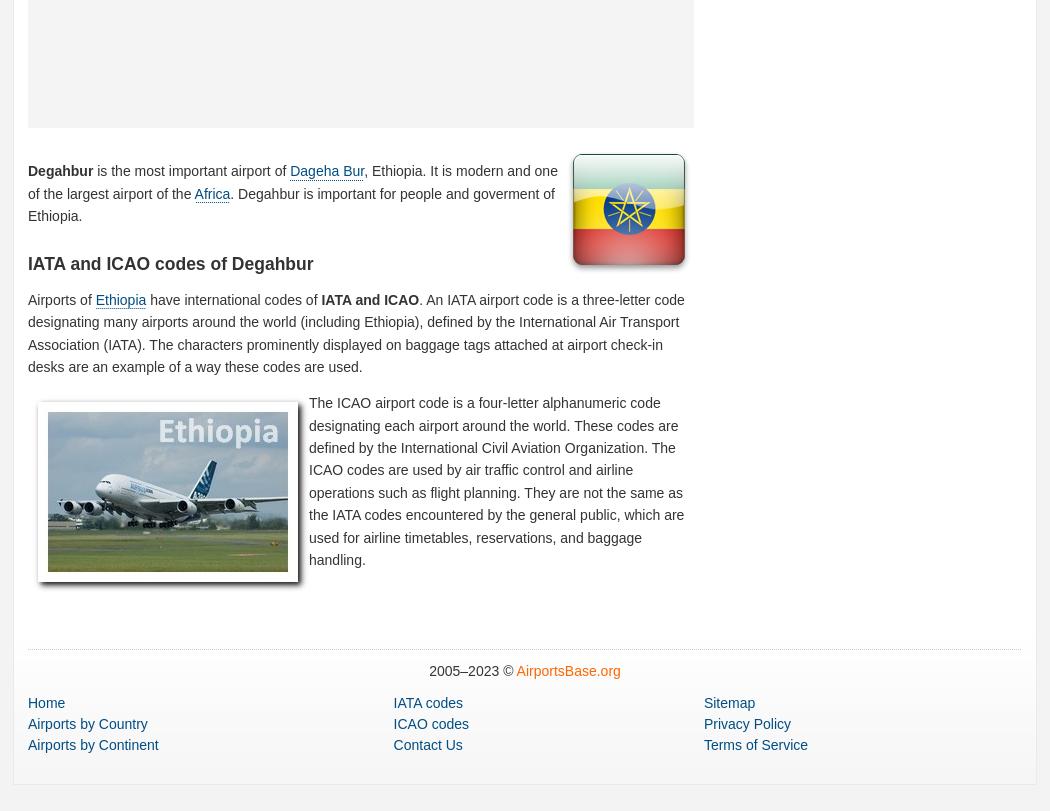 The image size is (1050, 811). Describe the element at coordinates (28, 171) in the screenshot. I see `'Degahbur'` at that location.